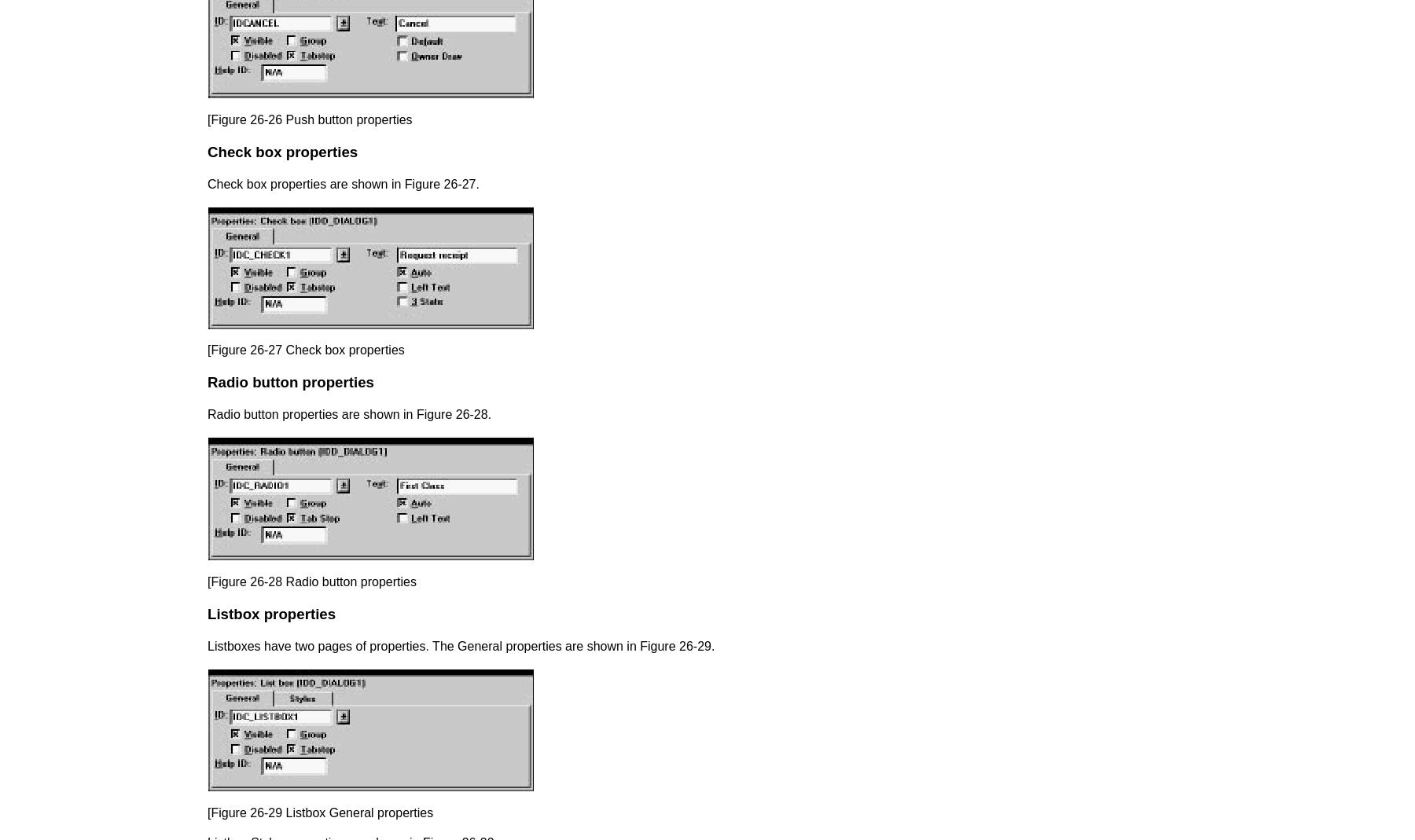  Describe the element at coordinates (282, 152) in the screenshot. I see `'Check box properties'` at that location.